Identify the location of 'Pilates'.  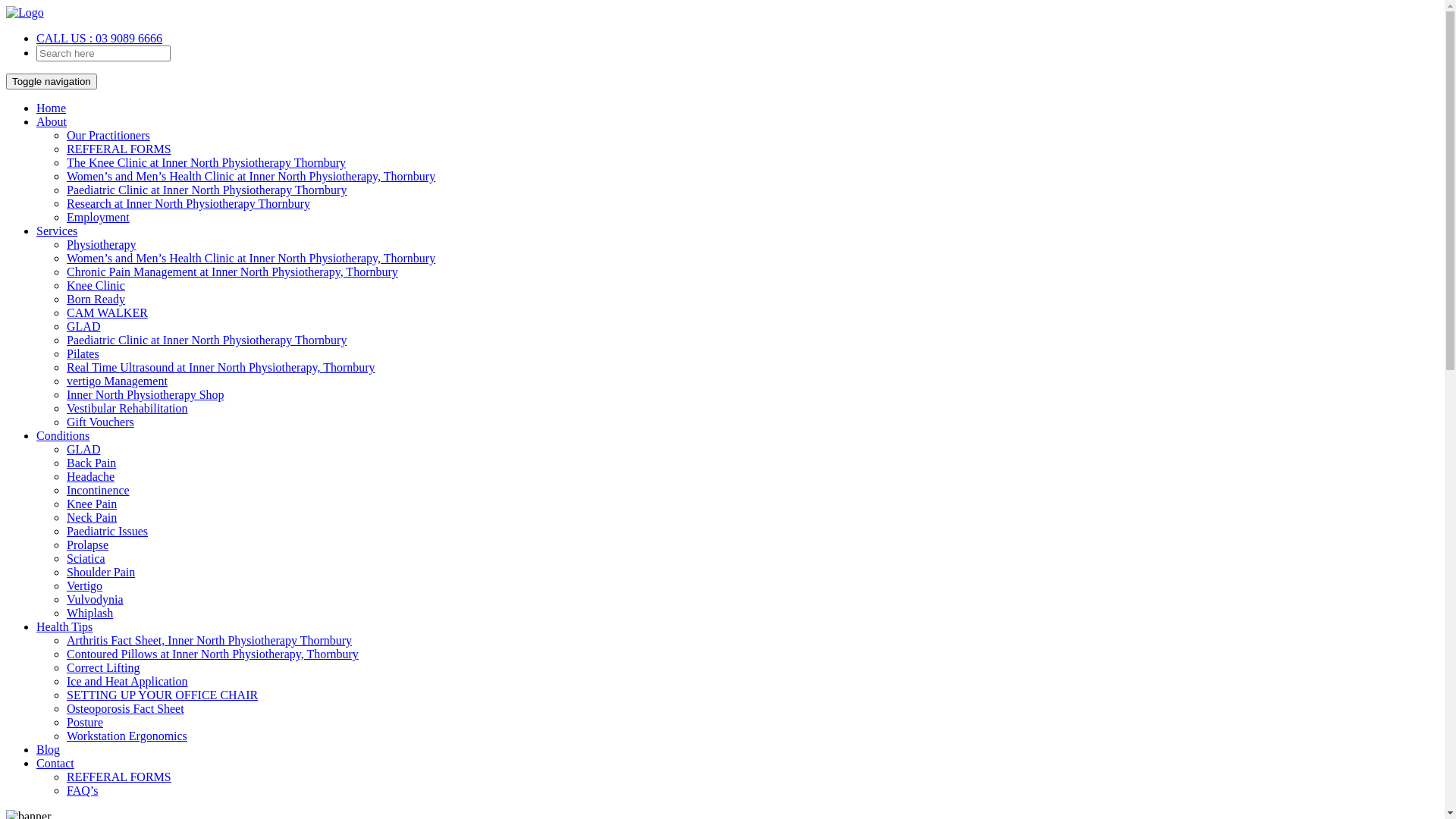
(65, 353).